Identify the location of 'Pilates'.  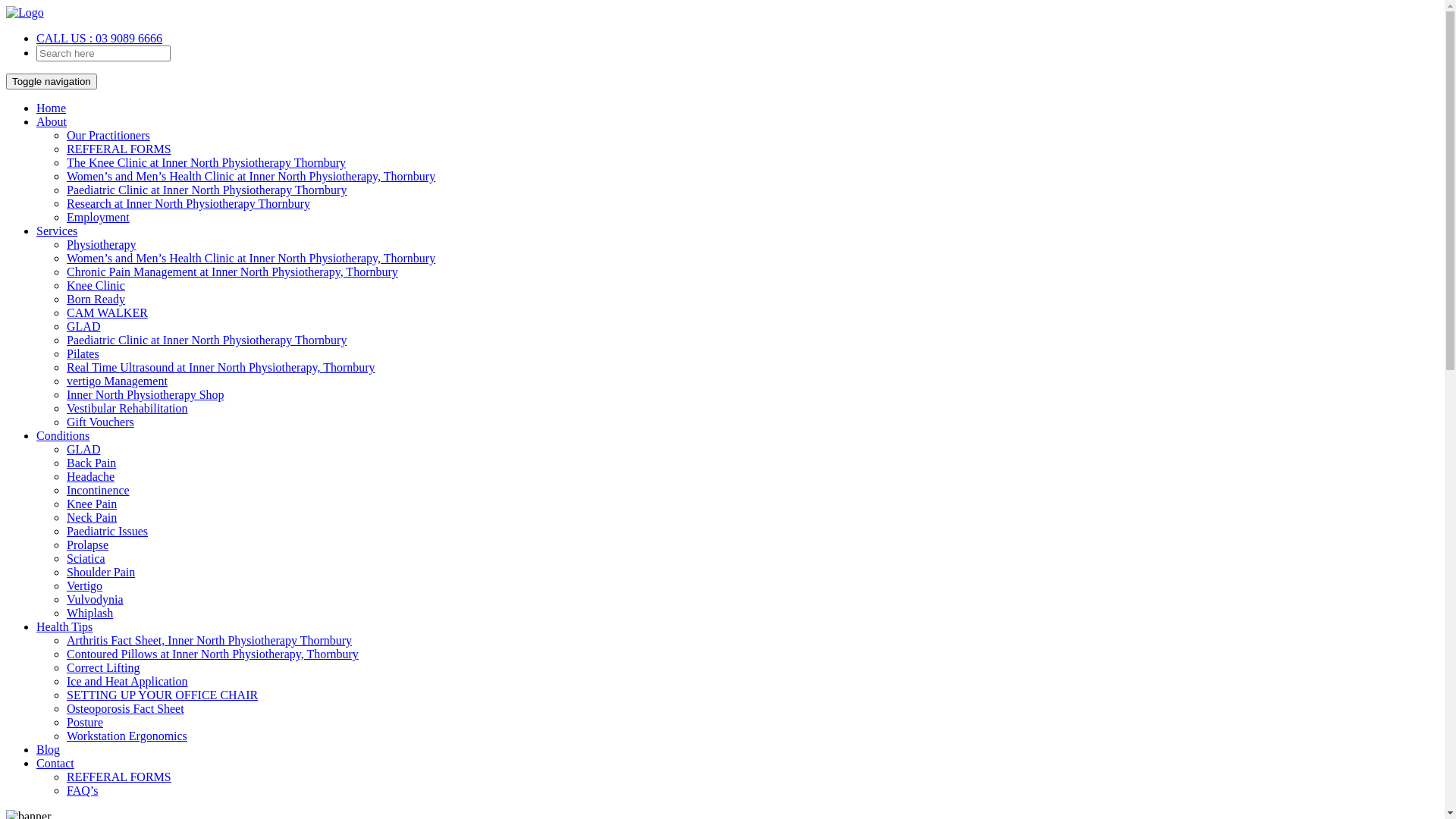
(65, 353).